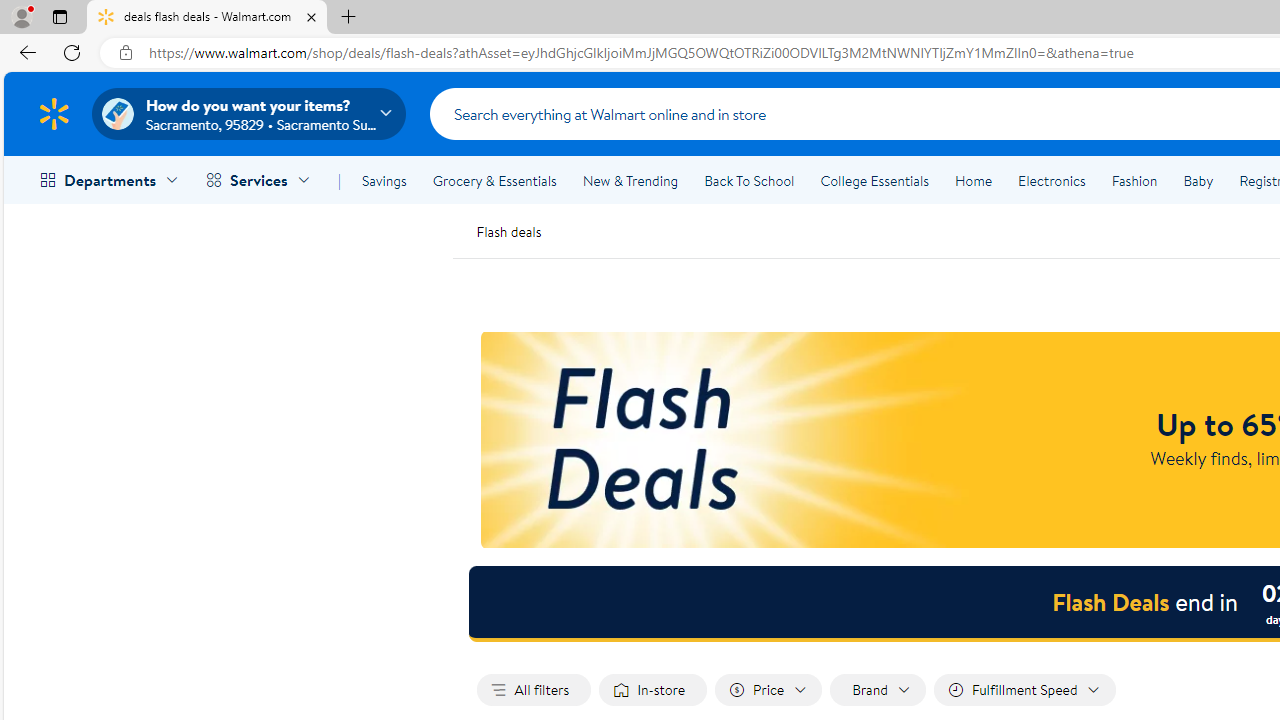  I want to click on 'Filter by Fulfillment Speed not applied, activate to change', so click(1024, 689).